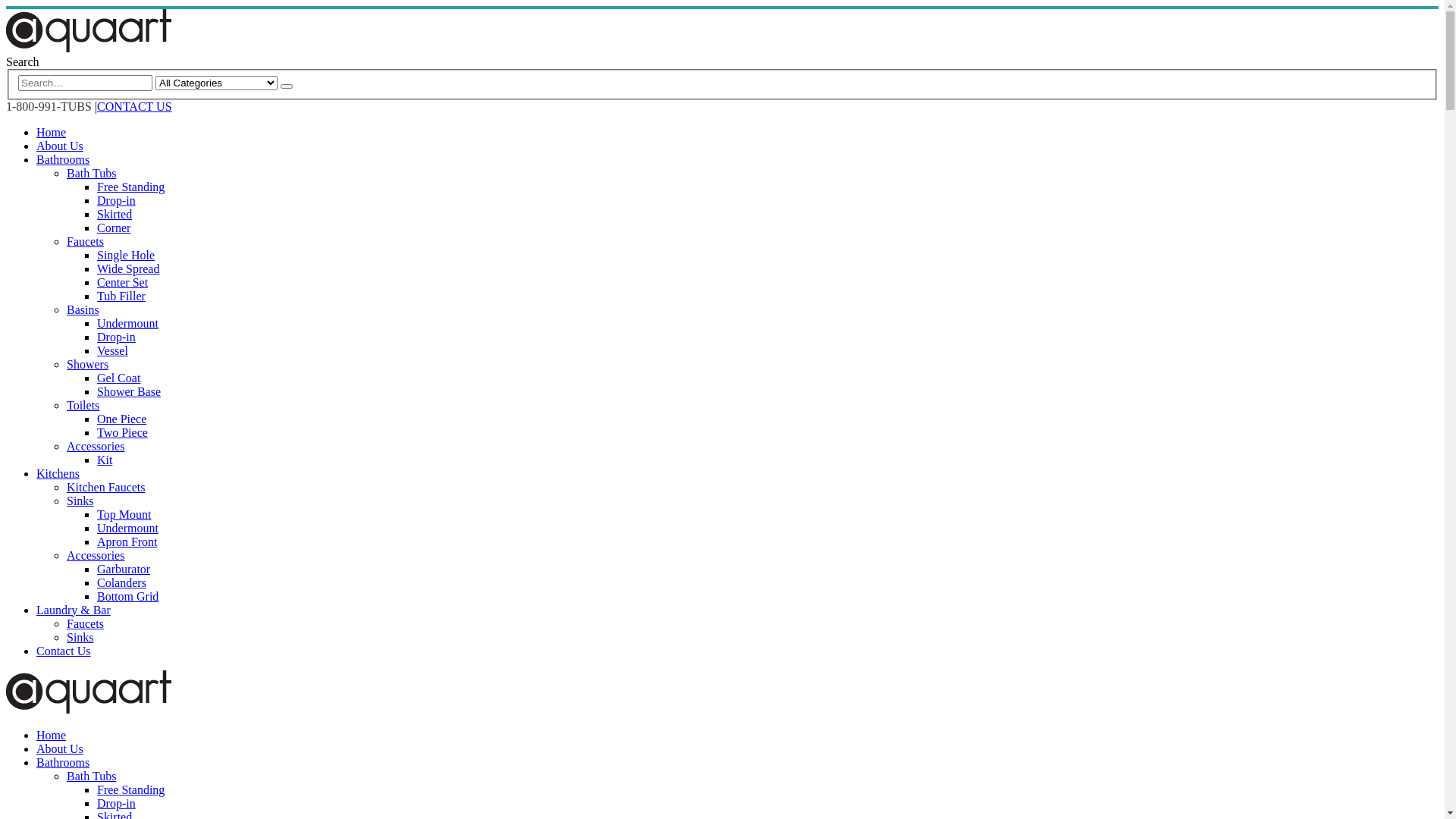 This screenshot has height=819, width=1456. What do you see at coordinates (96, 254) in the screenshot?
I see `'Single Hole'` at bounding box center [96, 254].